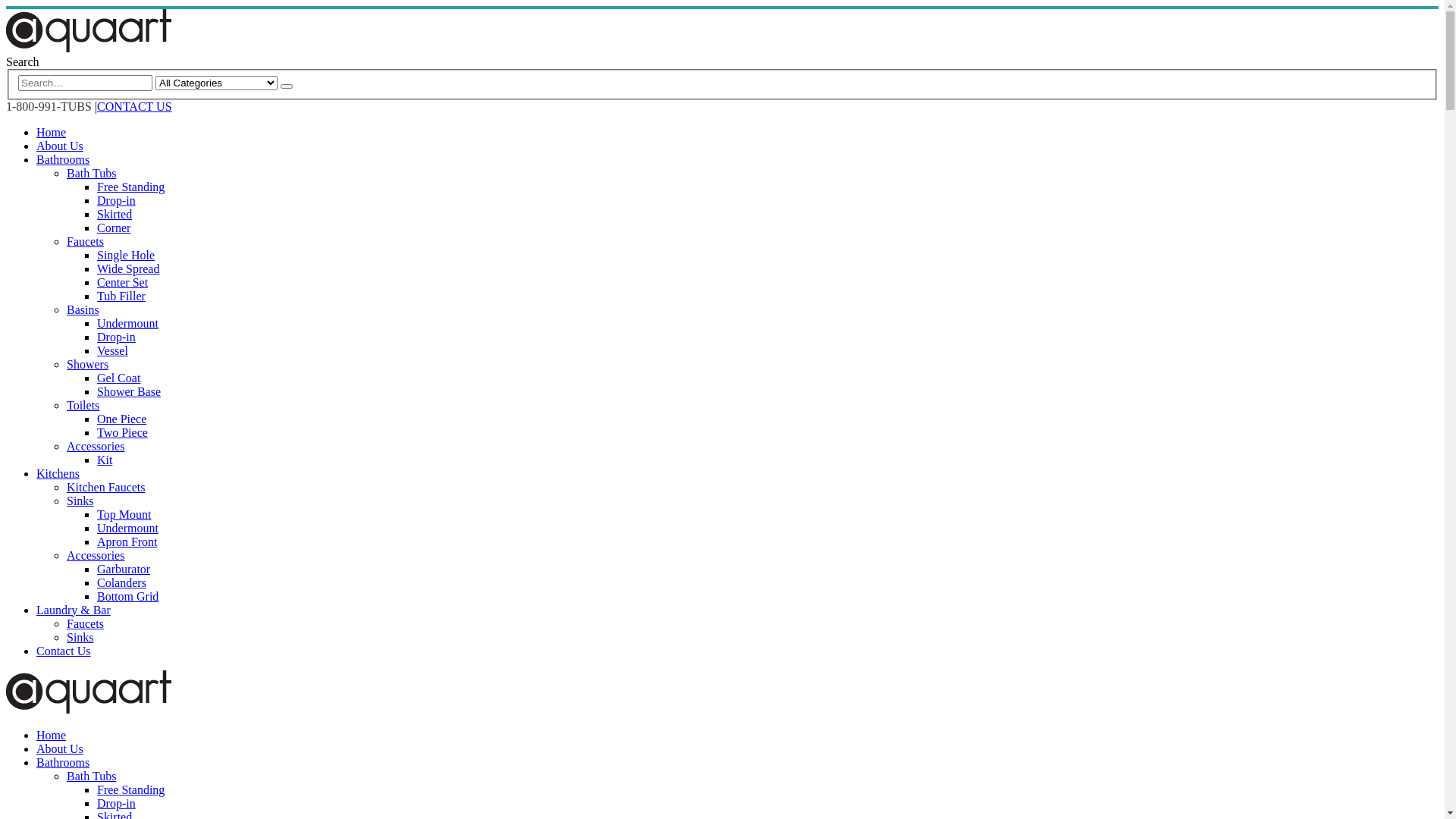 This screenshot has height=819, width=1456. What do you see at coordinates (96, 254) in the screenshot?
I see `'Single Hole'` at bounding box center [96, 254].